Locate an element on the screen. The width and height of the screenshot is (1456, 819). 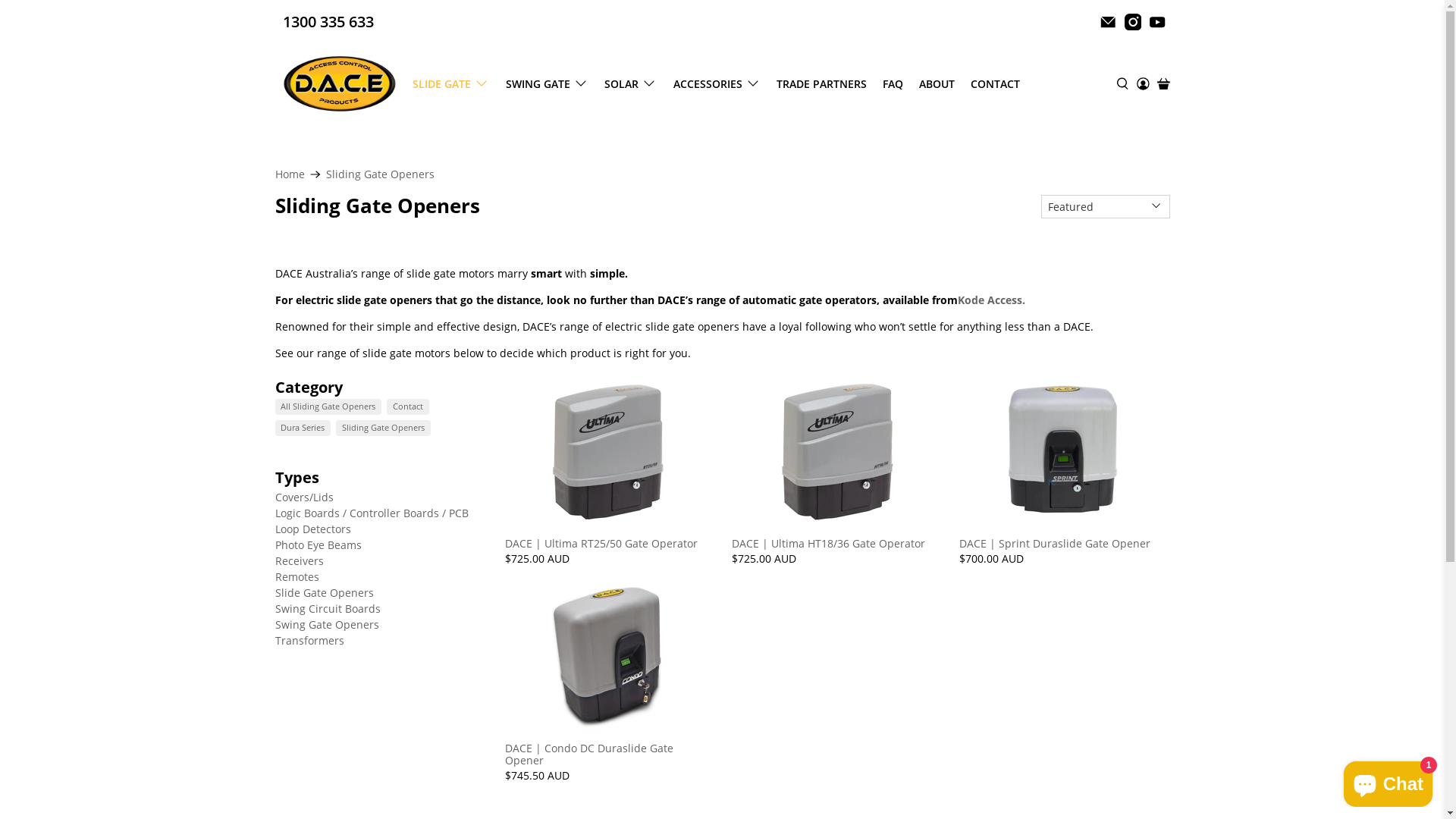
'DACE Australia on Instagram' is located at coordinates (1132, 22).